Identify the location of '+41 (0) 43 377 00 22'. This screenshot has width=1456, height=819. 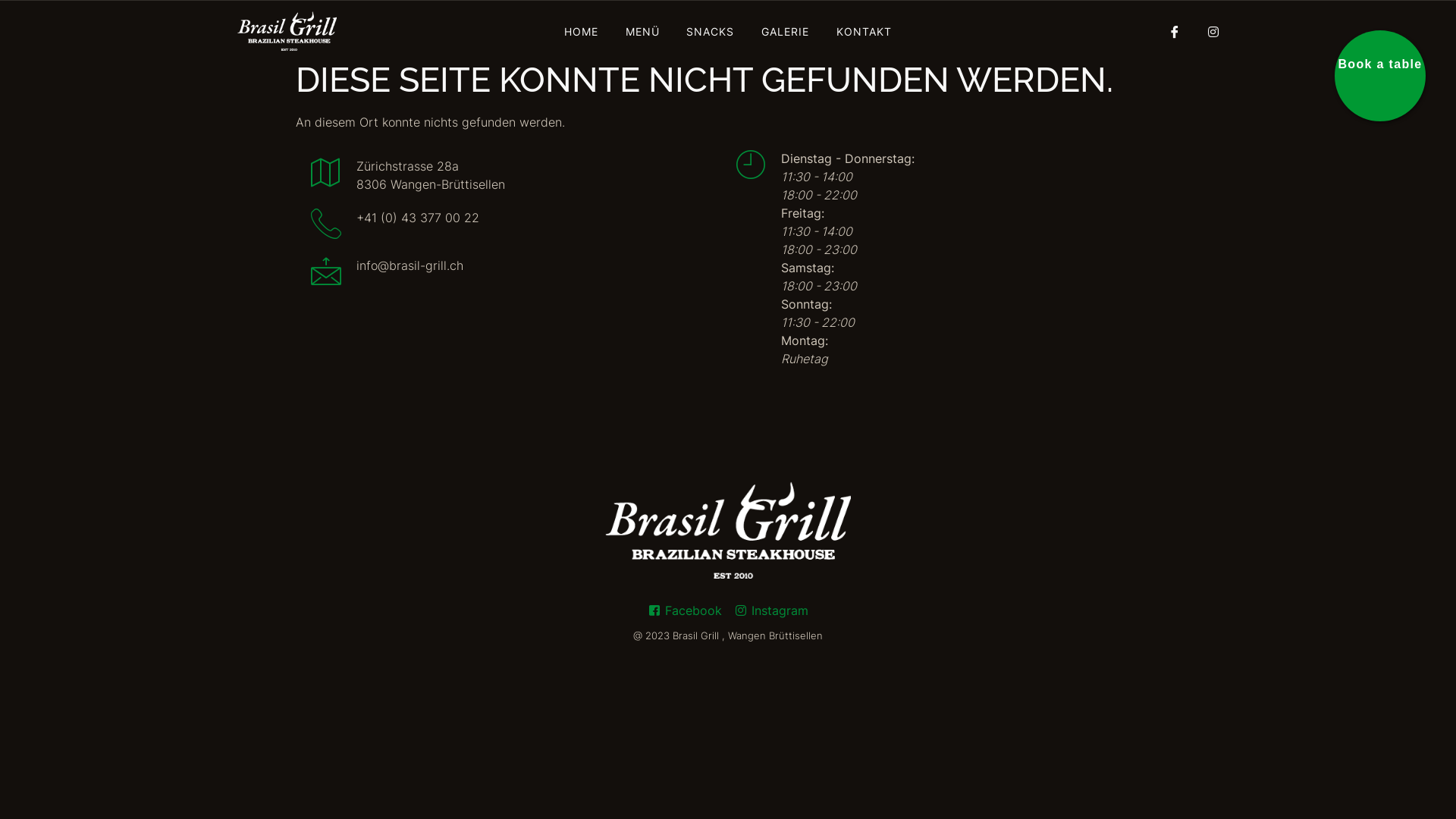
(395, 224).